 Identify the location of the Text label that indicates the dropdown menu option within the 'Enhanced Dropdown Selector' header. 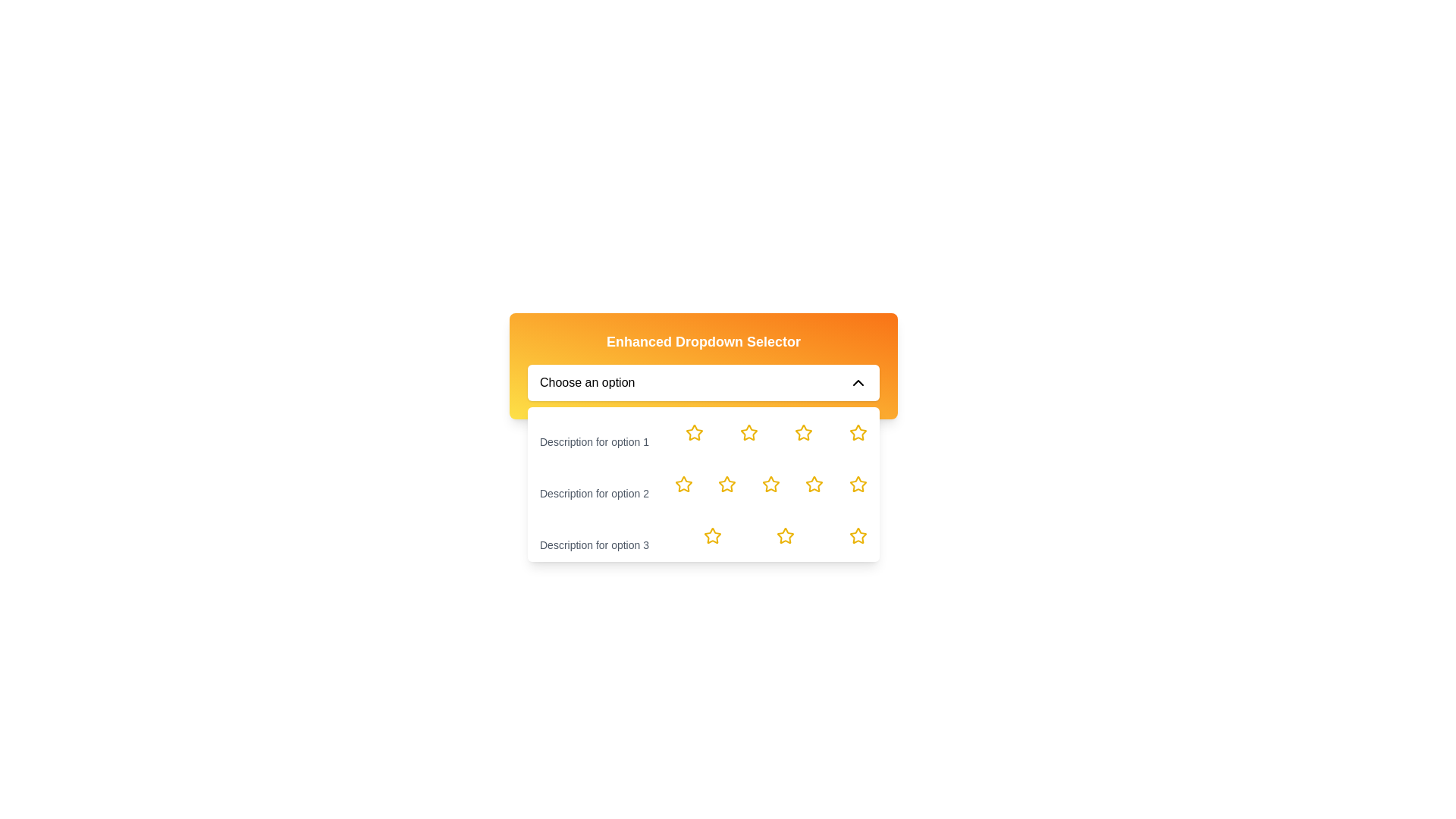
(586, 382).